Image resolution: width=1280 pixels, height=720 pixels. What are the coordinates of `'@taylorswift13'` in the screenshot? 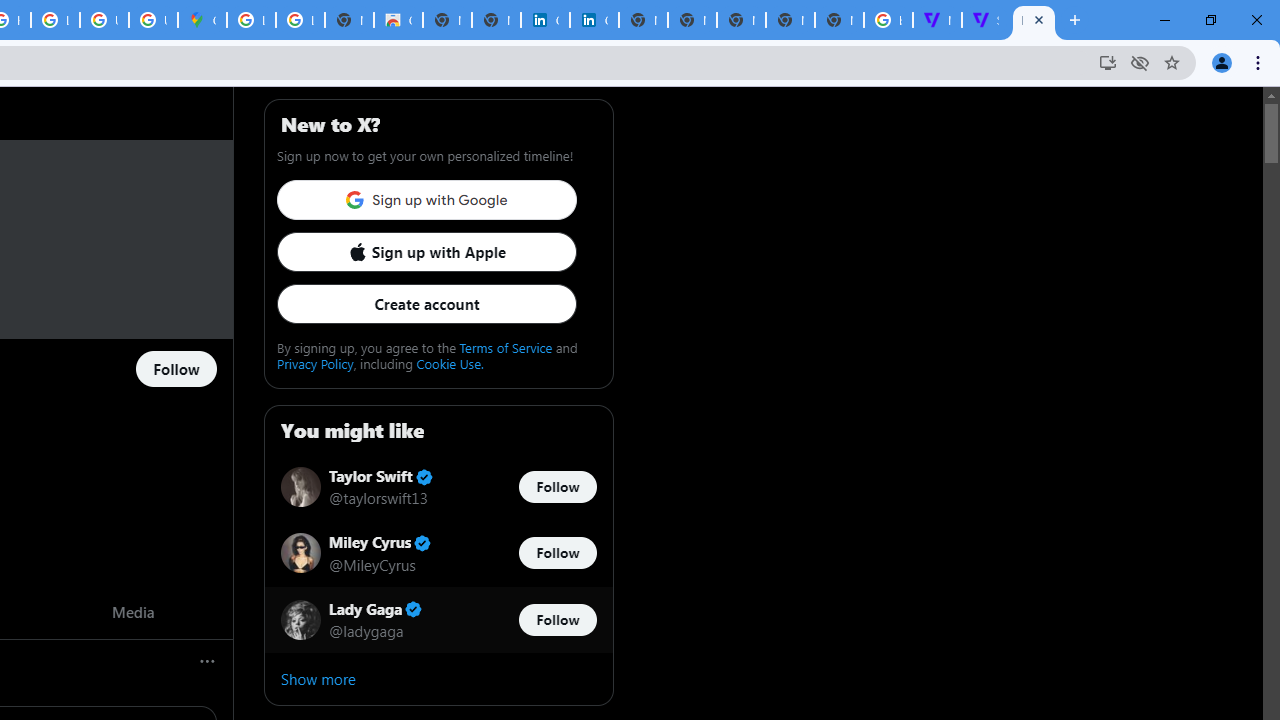 It's located at (378, 497).